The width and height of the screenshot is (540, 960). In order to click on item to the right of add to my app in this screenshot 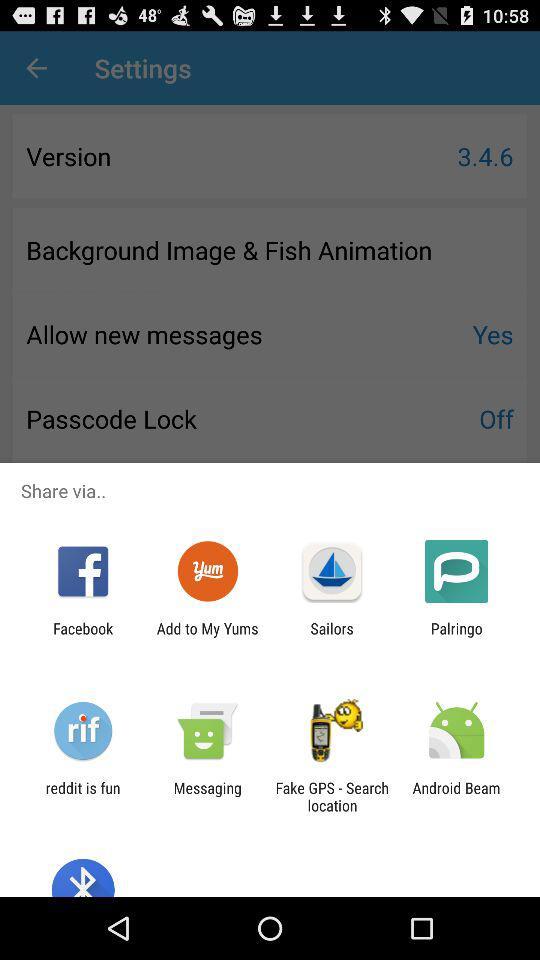, I will do `click(332, 636)`.